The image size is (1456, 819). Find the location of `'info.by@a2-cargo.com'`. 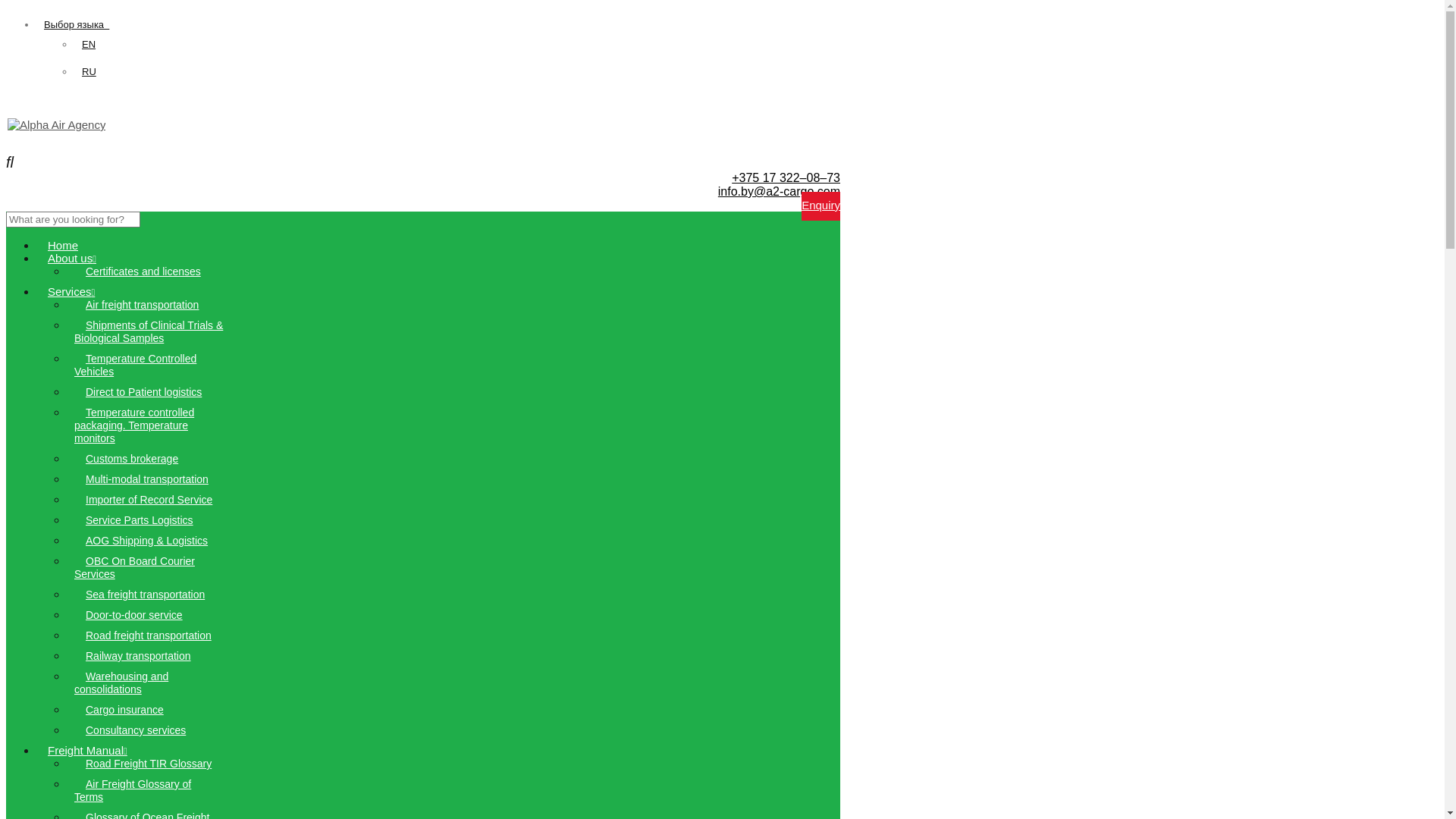

'info.by@a2-cargo.com' is located at coordinates (779, 190).